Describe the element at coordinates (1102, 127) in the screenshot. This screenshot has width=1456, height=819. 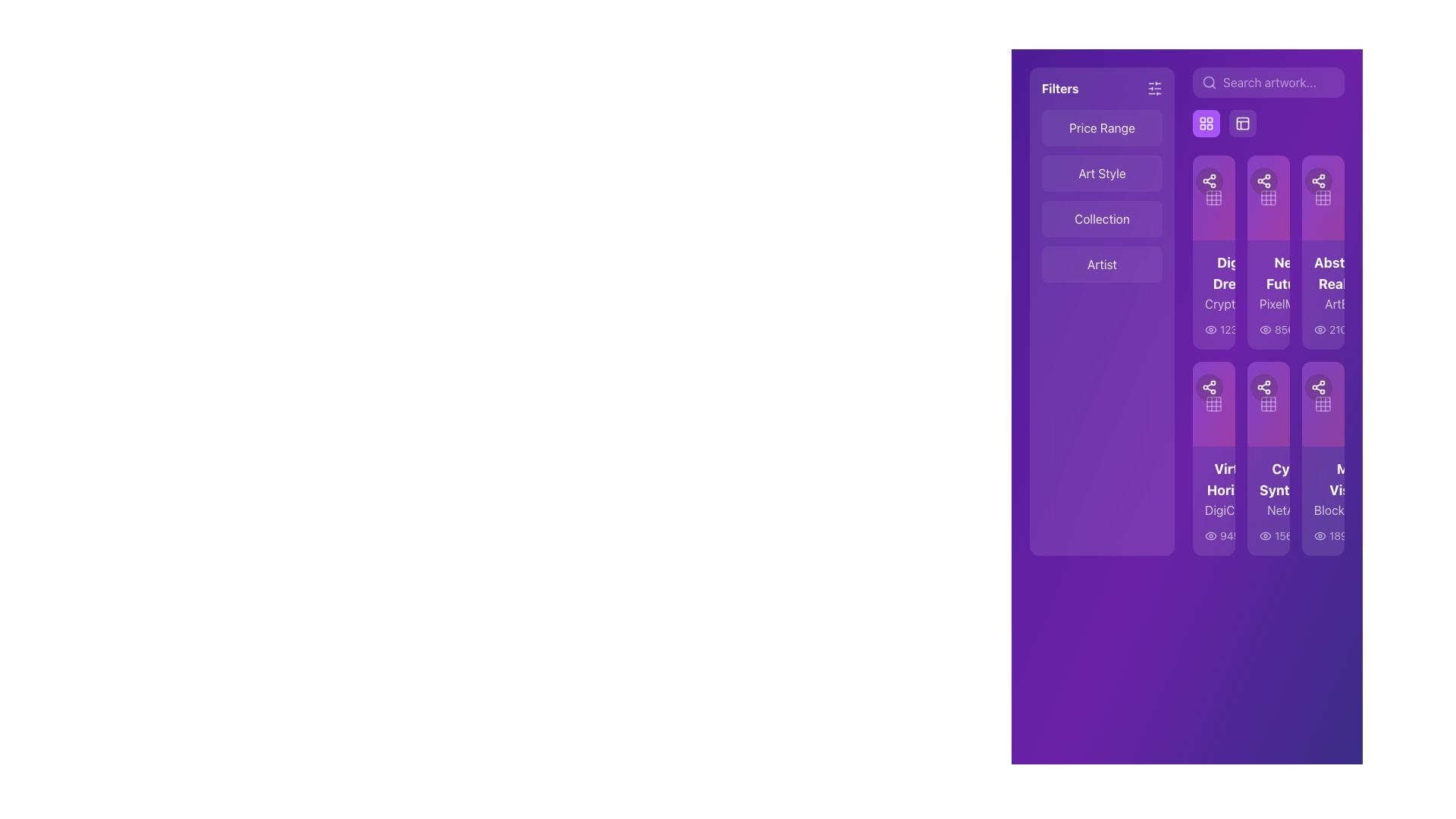
I see `the 'Price Range' filter category selector button located at the top-left corner of the filtering section in the sidebar` at that location.